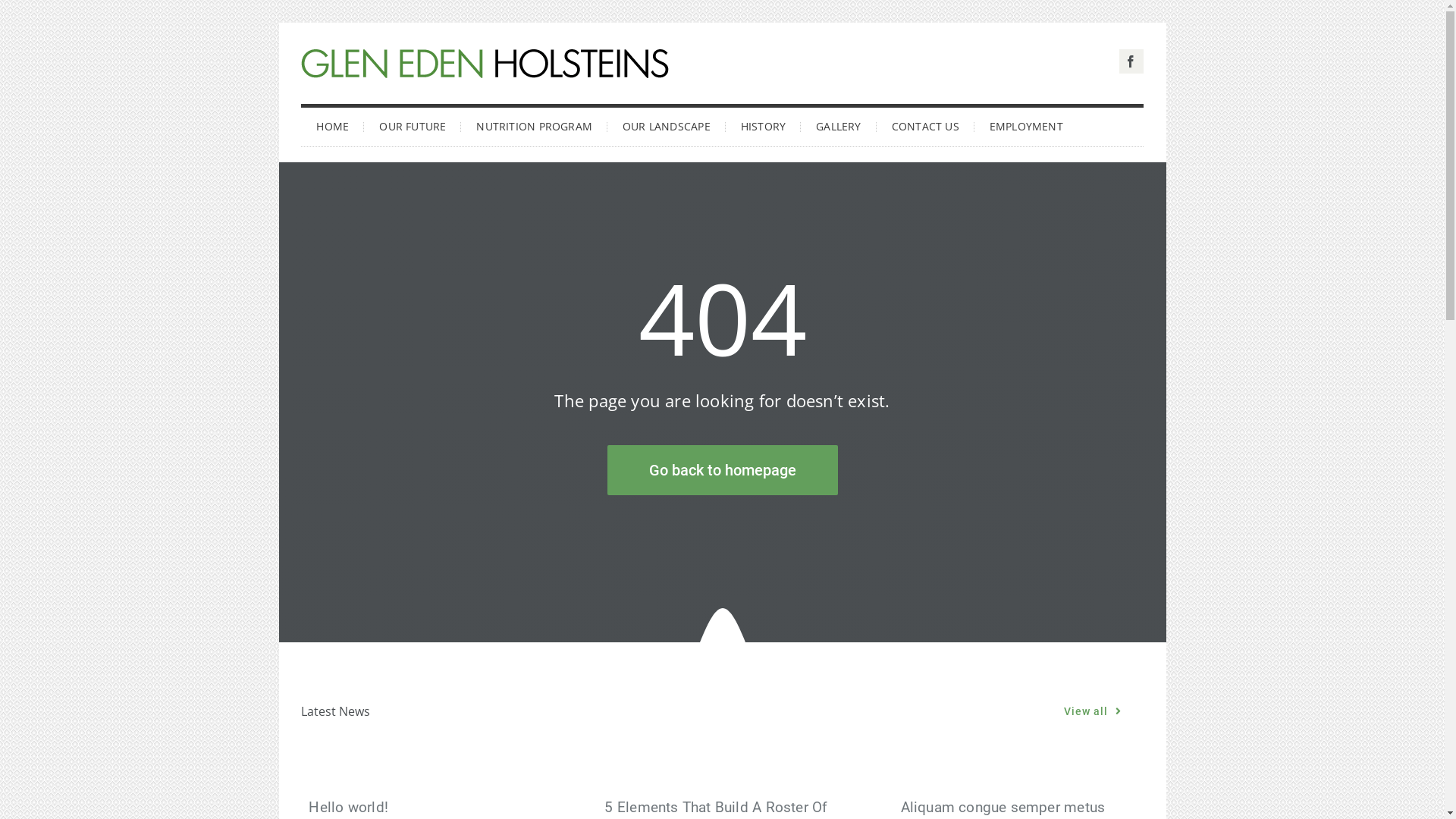  I want to click on 'Aliquam congue semper metus', so click(1003, 806).